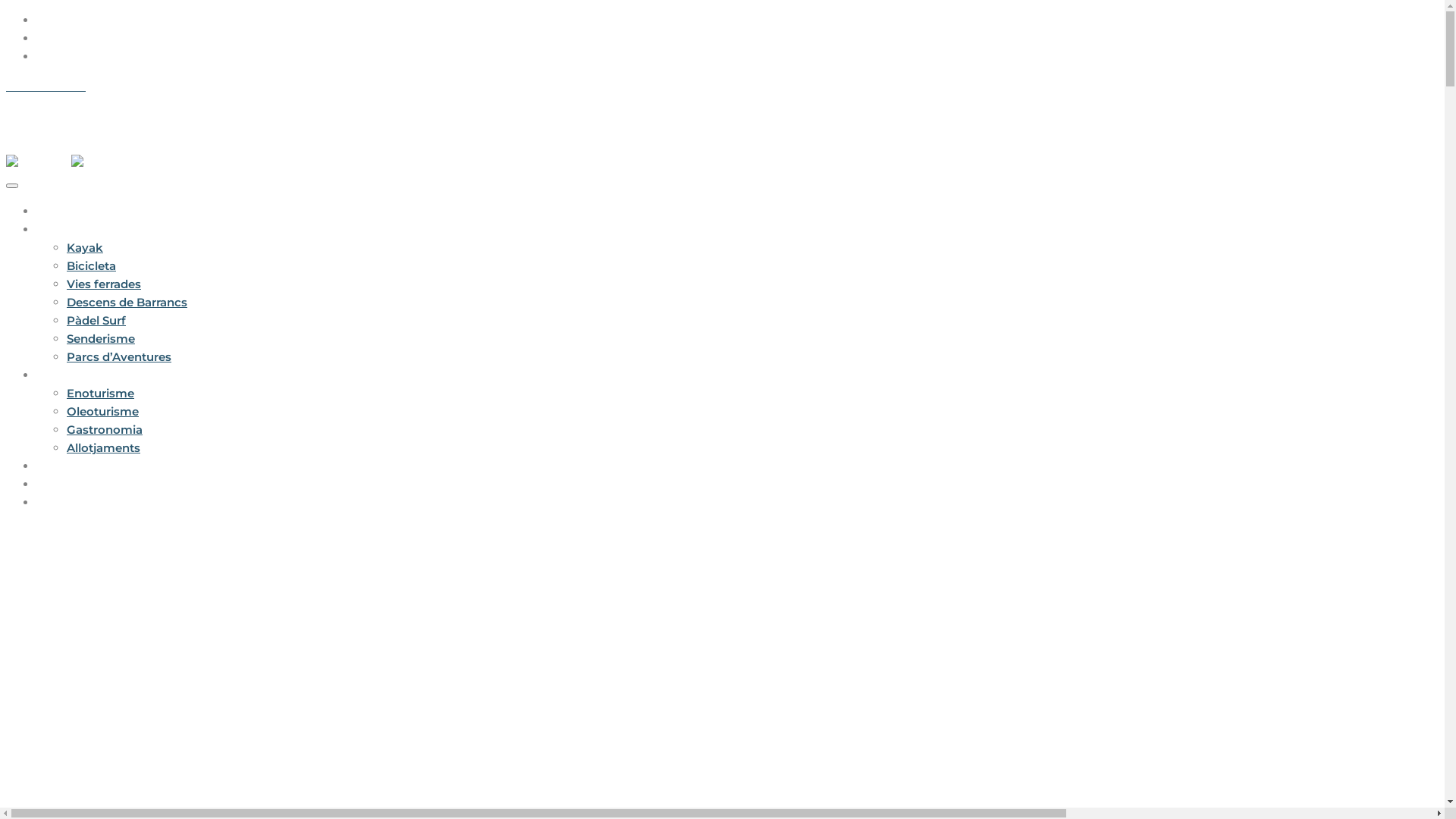 This screenshot has width=1456, height=819. Describe the element at coordinates (75, 375) in the screenshot. I see `'Degustacions'` at that location.